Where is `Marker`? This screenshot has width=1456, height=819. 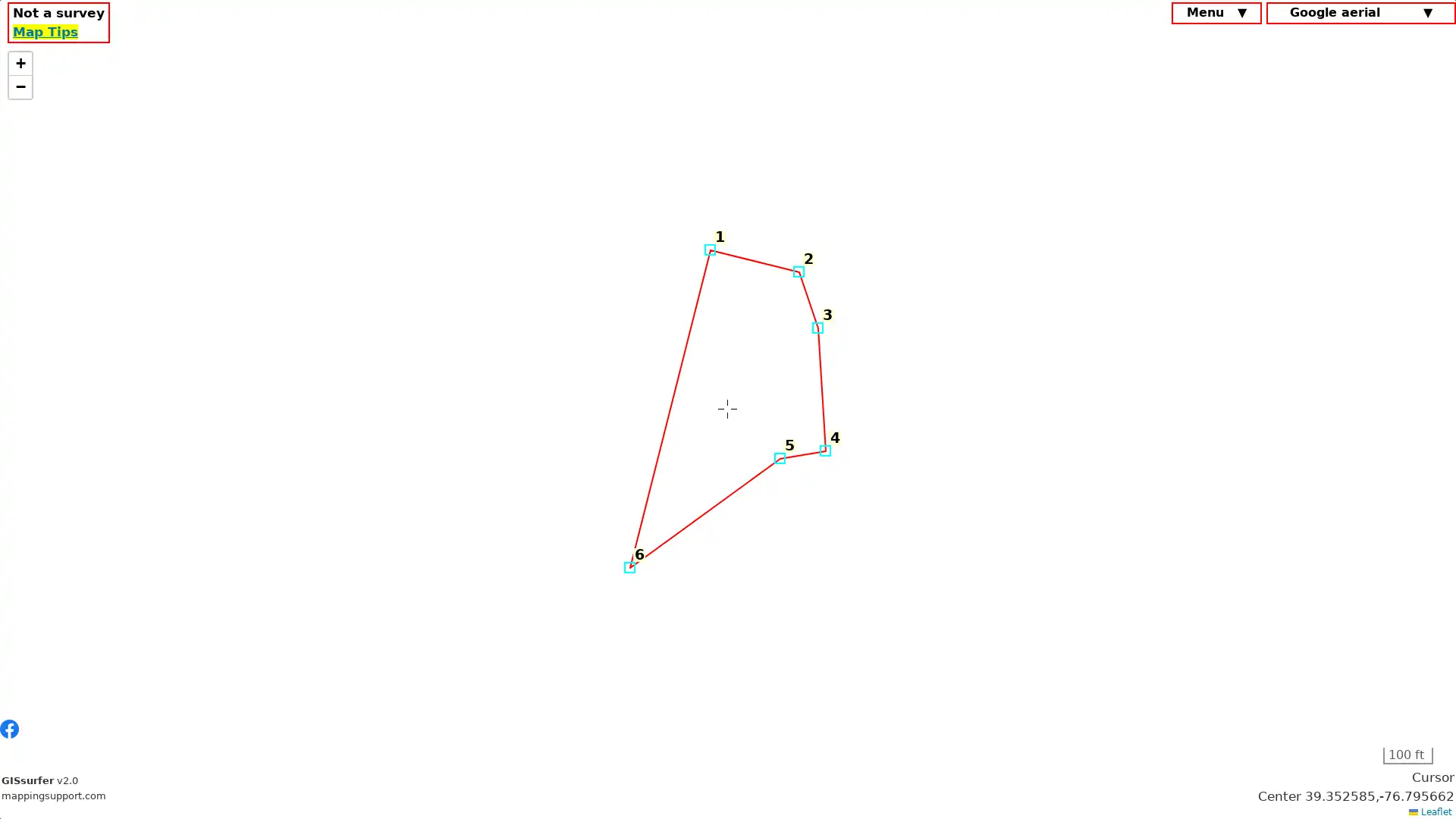
Marker is located at coordinates (726, 408).